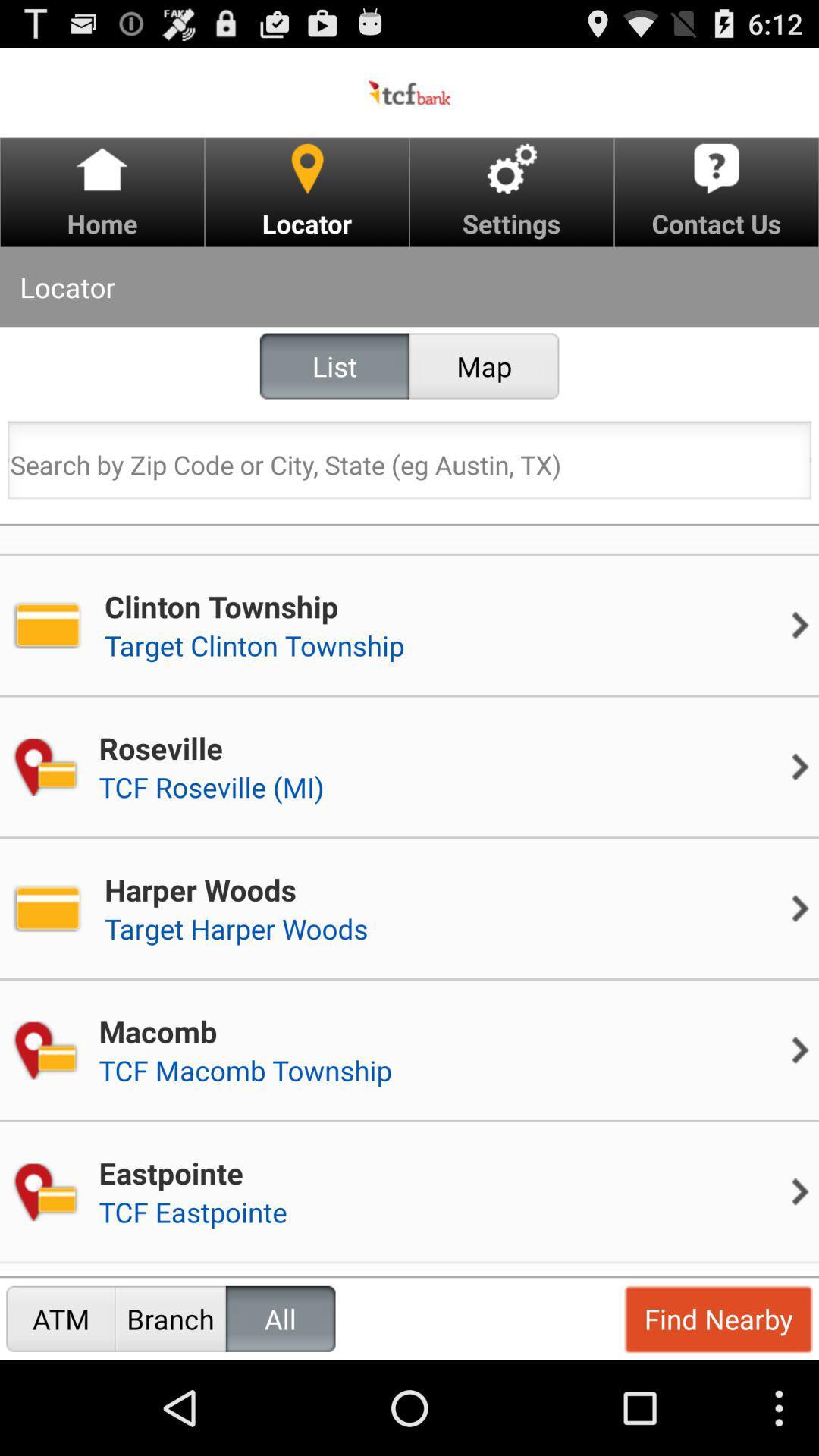 The width and height of the screenshot is (819, 1456). What do you see at coordinates (484, 366) in the screenshot?
I see `item next to list radio button` at bounding box center [484, 366].